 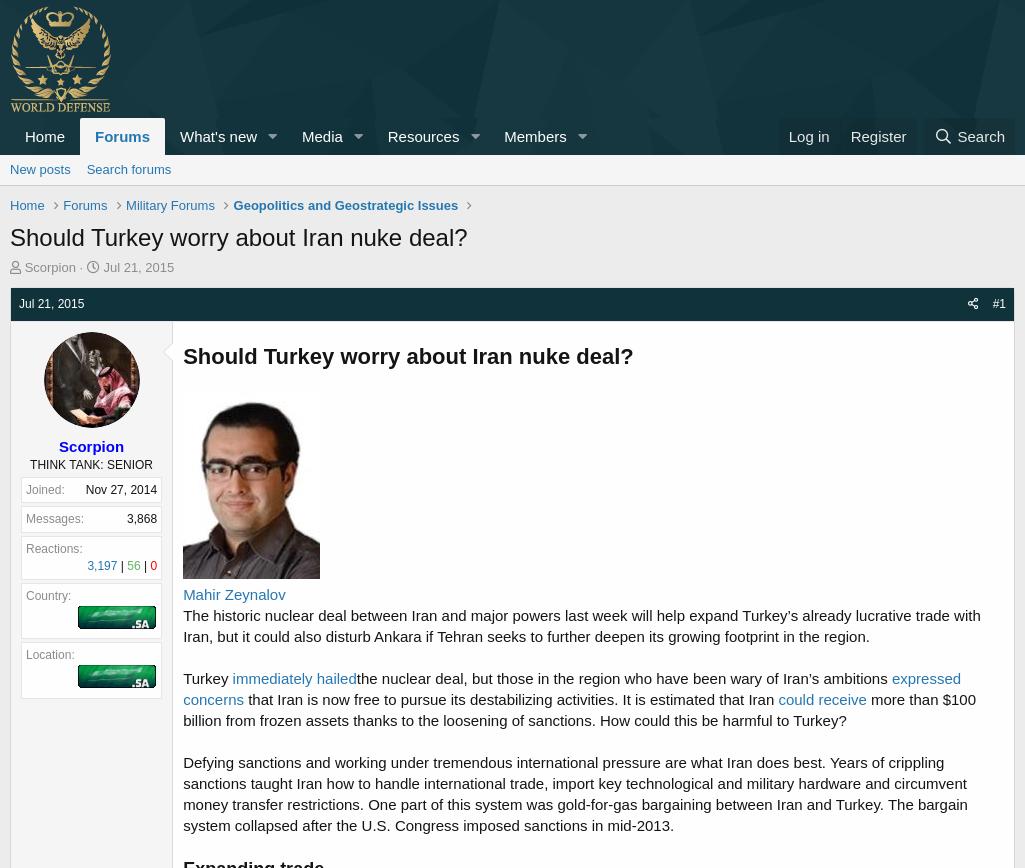 I want to click on '3,868', so click(x=140, y=518).